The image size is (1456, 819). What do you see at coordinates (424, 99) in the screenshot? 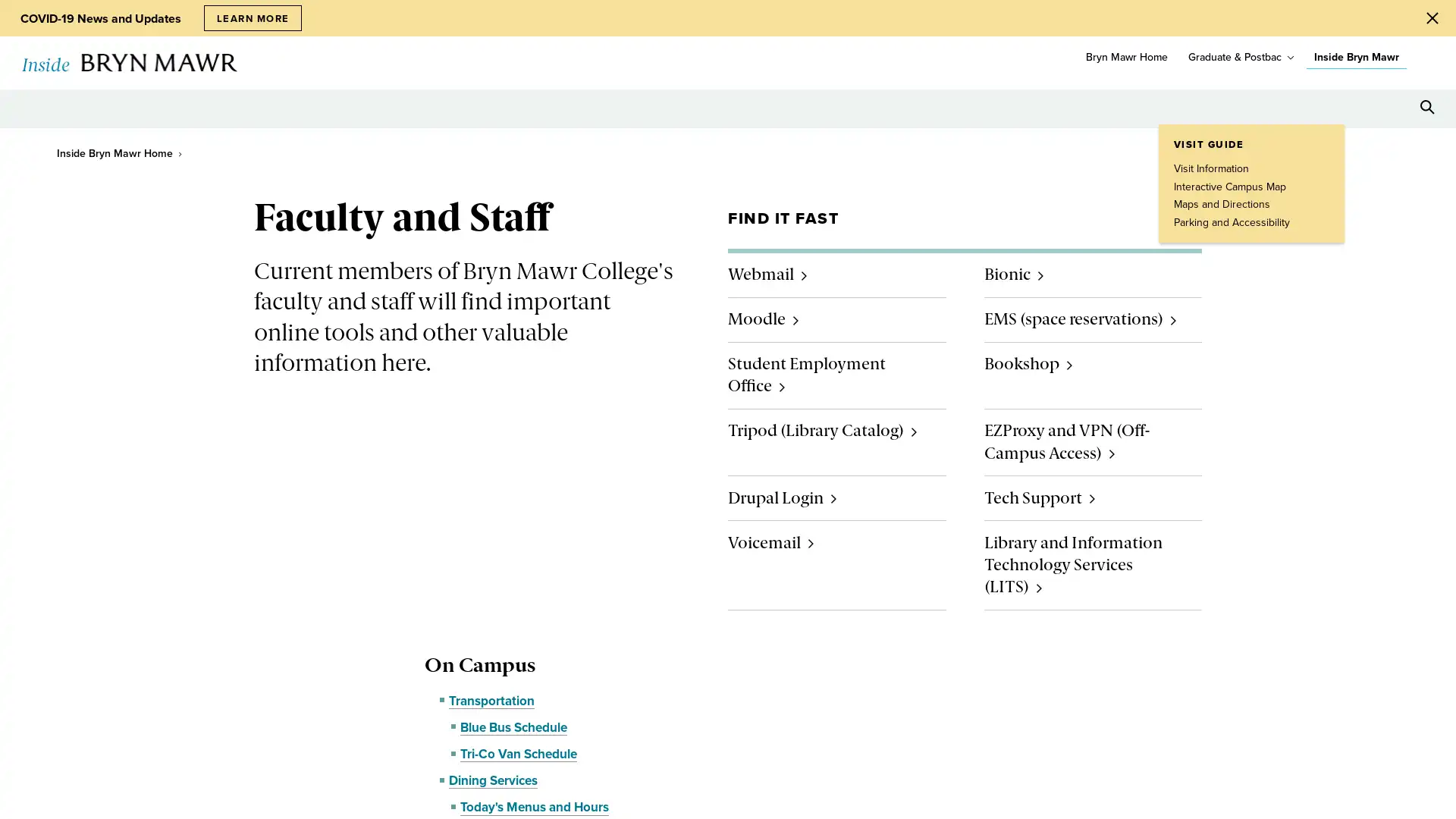
I see `toggle submenu` at bounding box center [424, 99].